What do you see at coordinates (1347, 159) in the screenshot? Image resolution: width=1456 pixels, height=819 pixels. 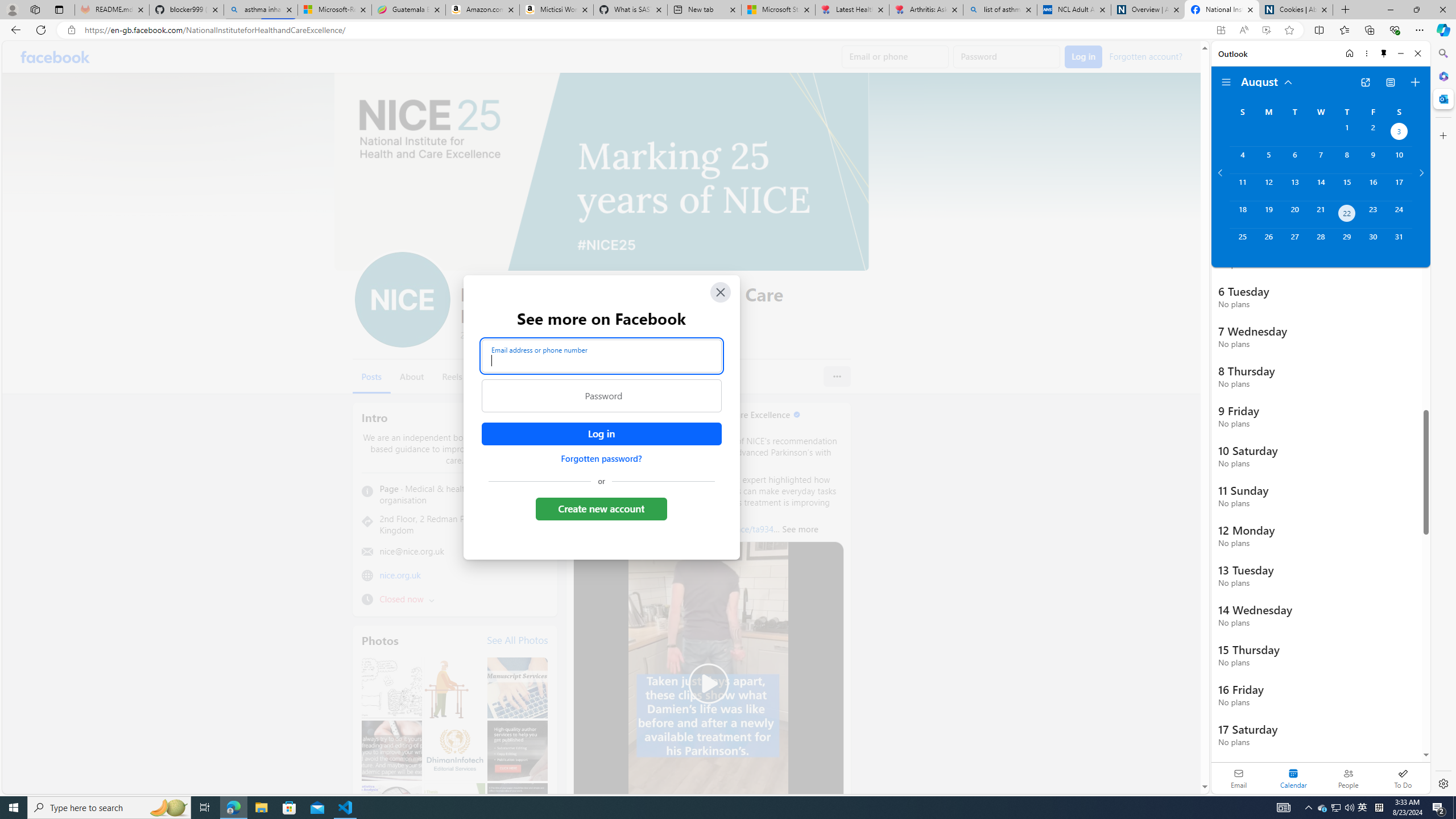 I see `'Thursday, August 8, 2024. '` at bounding box center [1347, 159].